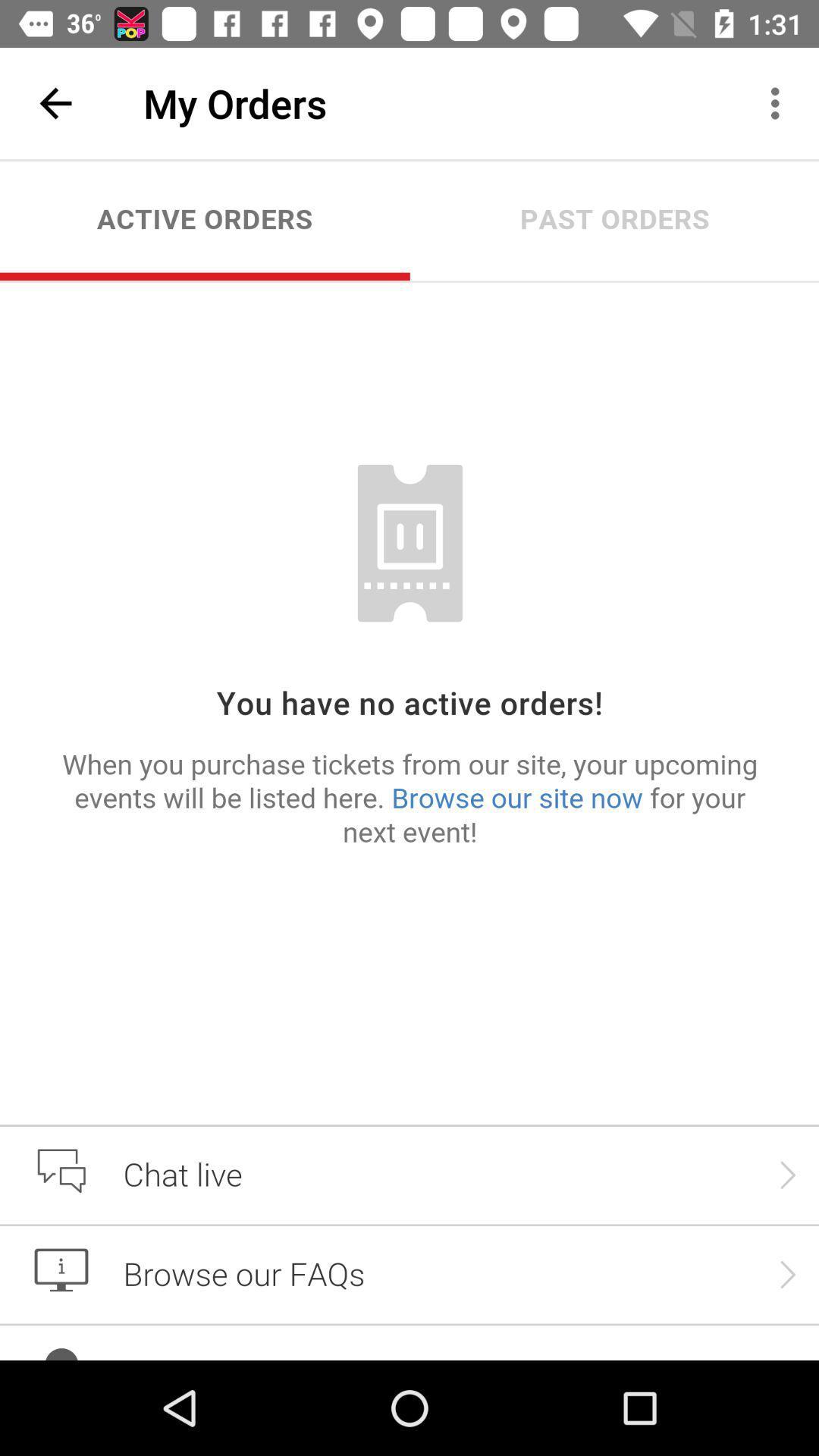 This screenshot has height=1456, width=819. Describe the element at coordinates (409, 760) in the screenshot. I see `chat` at that location.